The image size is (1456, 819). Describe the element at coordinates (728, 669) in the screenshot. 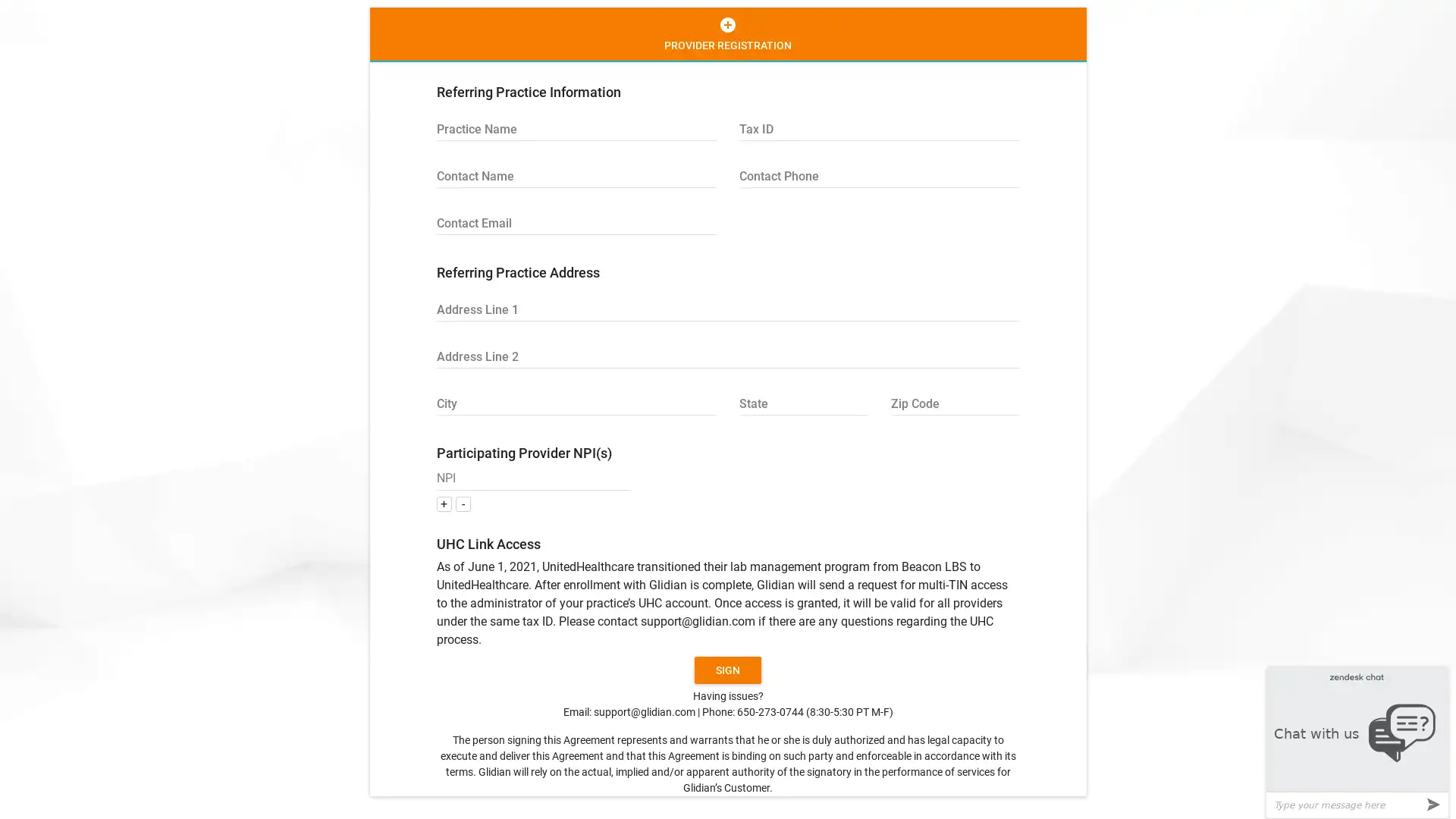

I see `SIGN` at that location.